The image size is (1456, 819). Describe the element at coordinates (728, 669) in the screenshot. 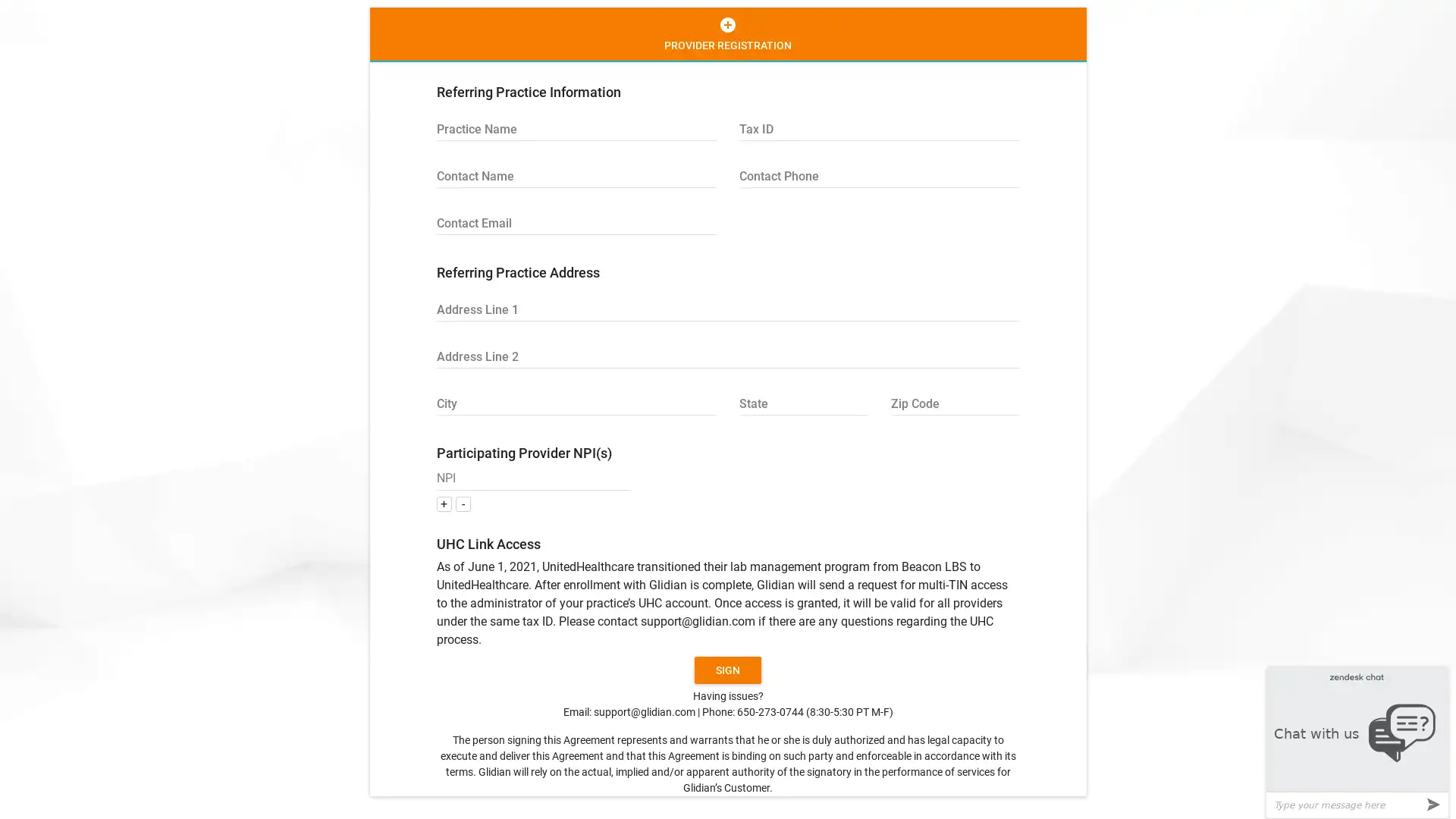

I see `SIGN` at that location.